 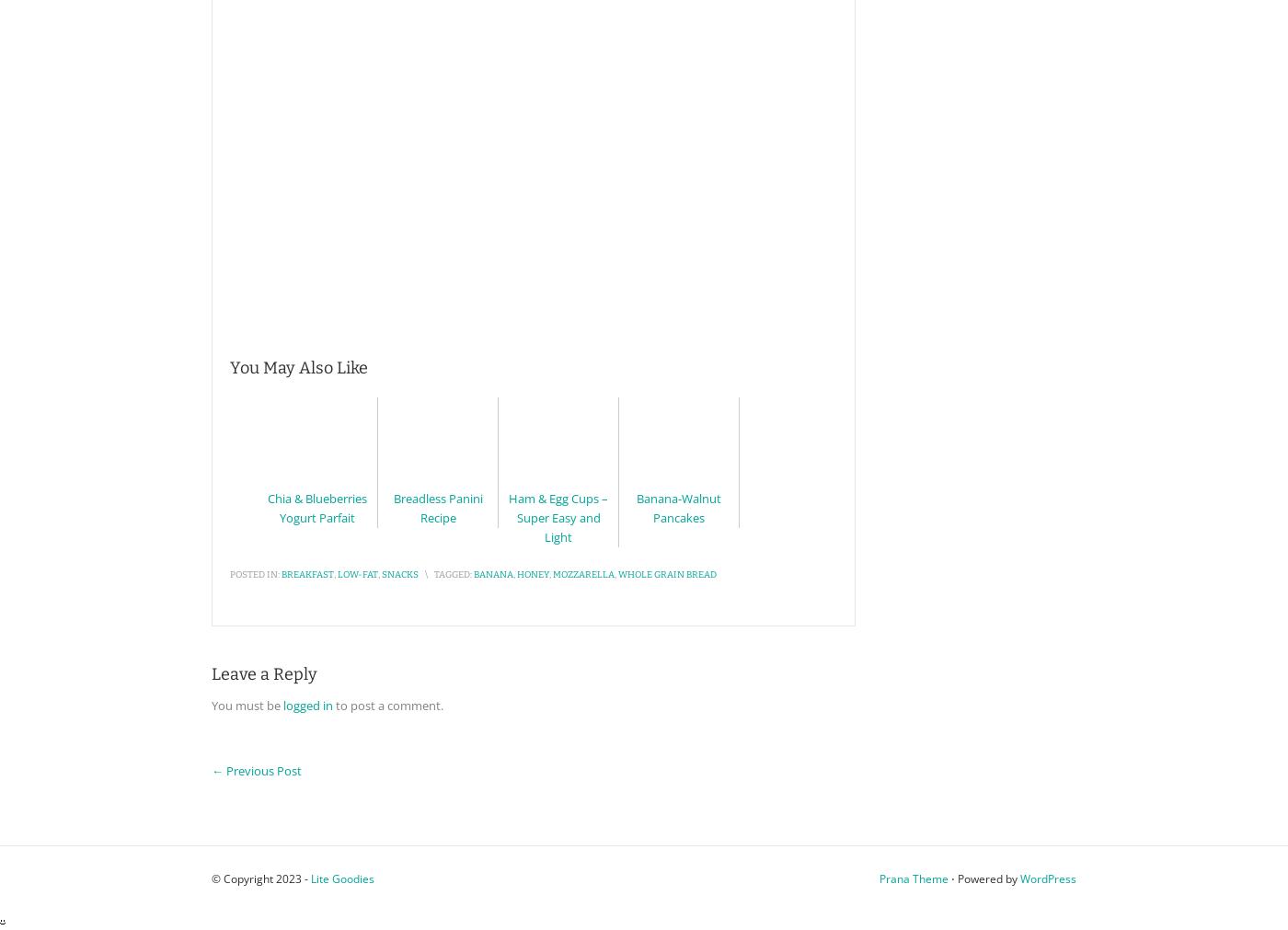 I want to click on 'Banana', so click(x=474, y=575).